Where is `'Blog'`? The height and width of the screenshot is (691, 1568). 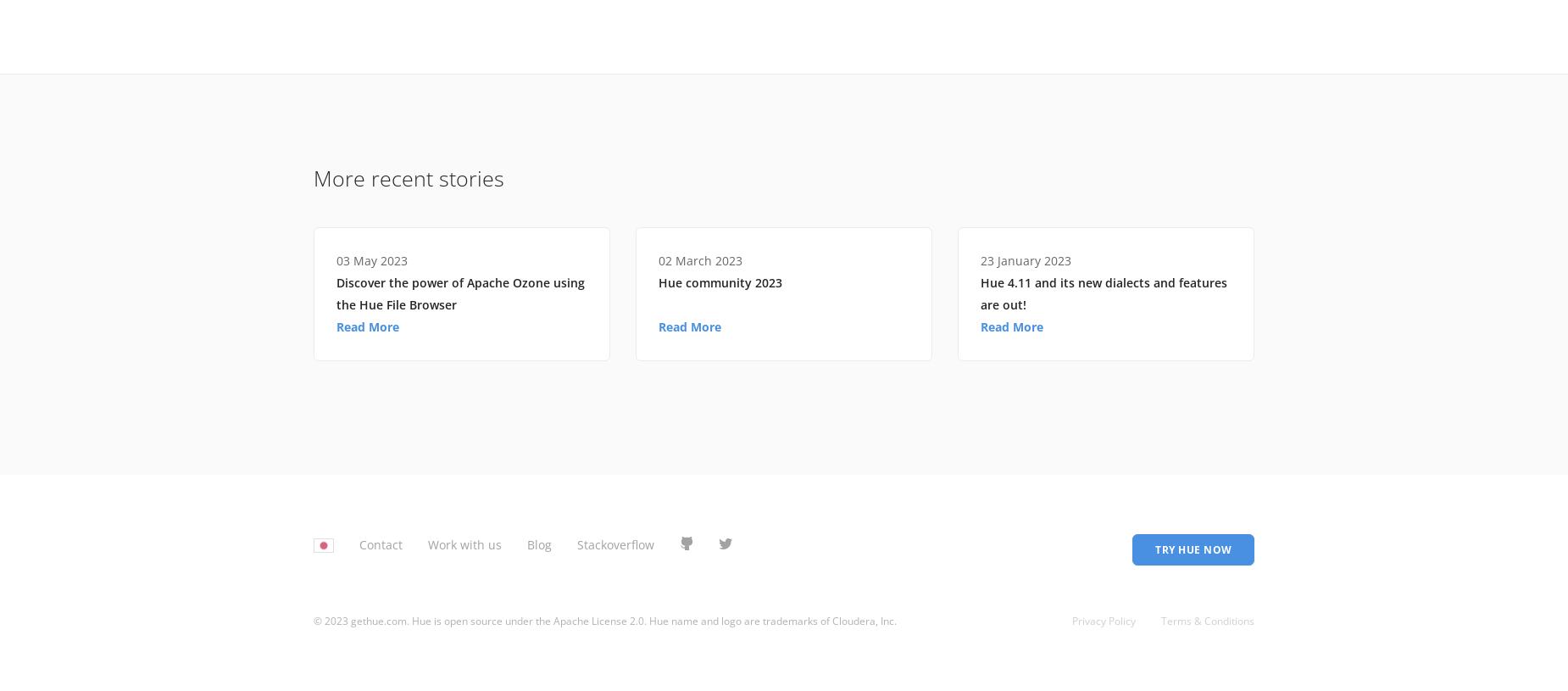
'Blog' is located at coordinates (539, 543).